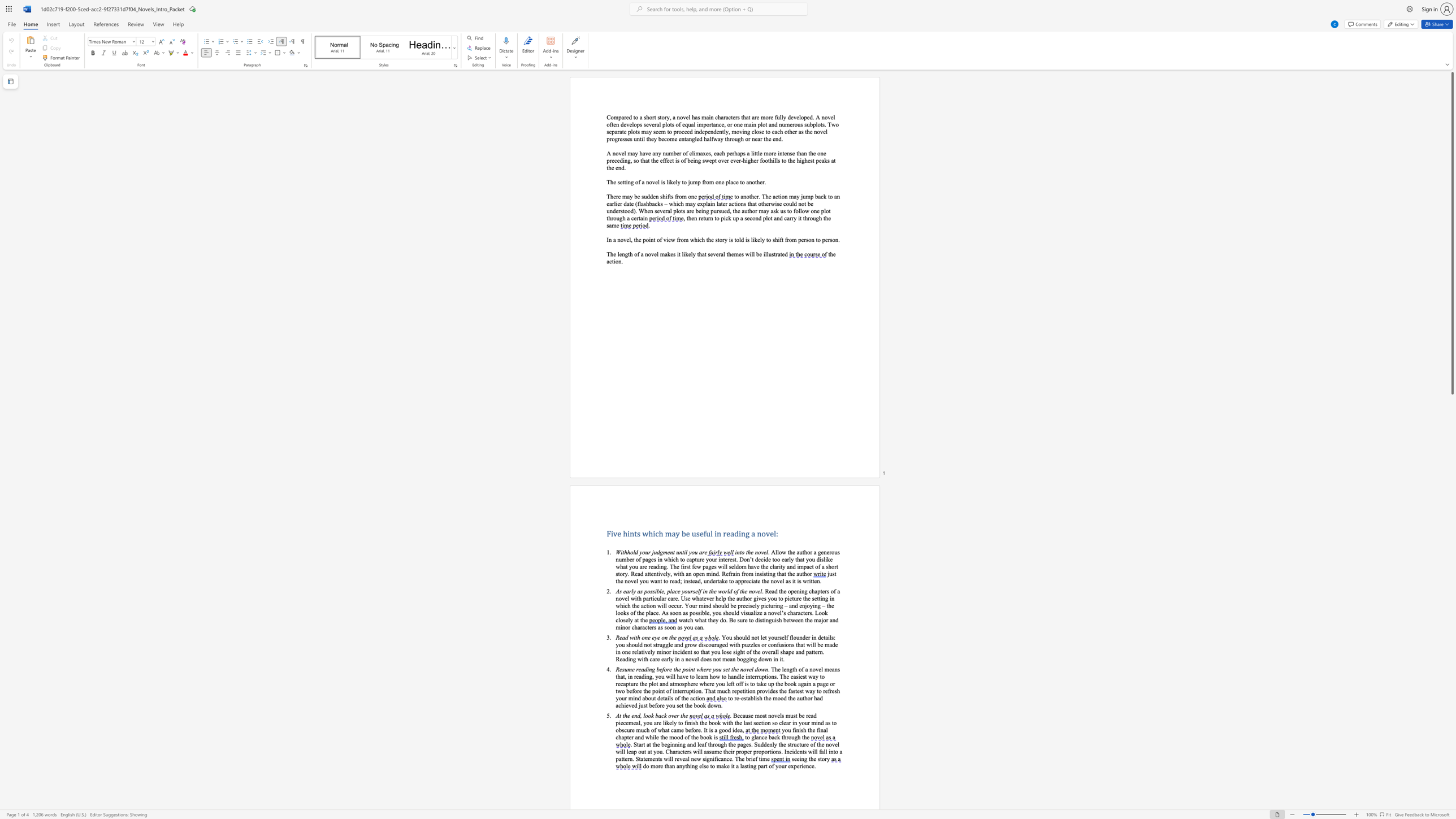  I want to click on the subset text "hrough the pages. Suddenly the structure of the novel will leap out at you. Characters will assume their proper proportions. Incidents will fall into a pattern" within the text ". Start at the beginning and leaf through the pages. Suddenly the structure of the novel will leap out at you. Characters will assume their proper proportions. Incidents will fall into a pattern. S", so click(709, 744).